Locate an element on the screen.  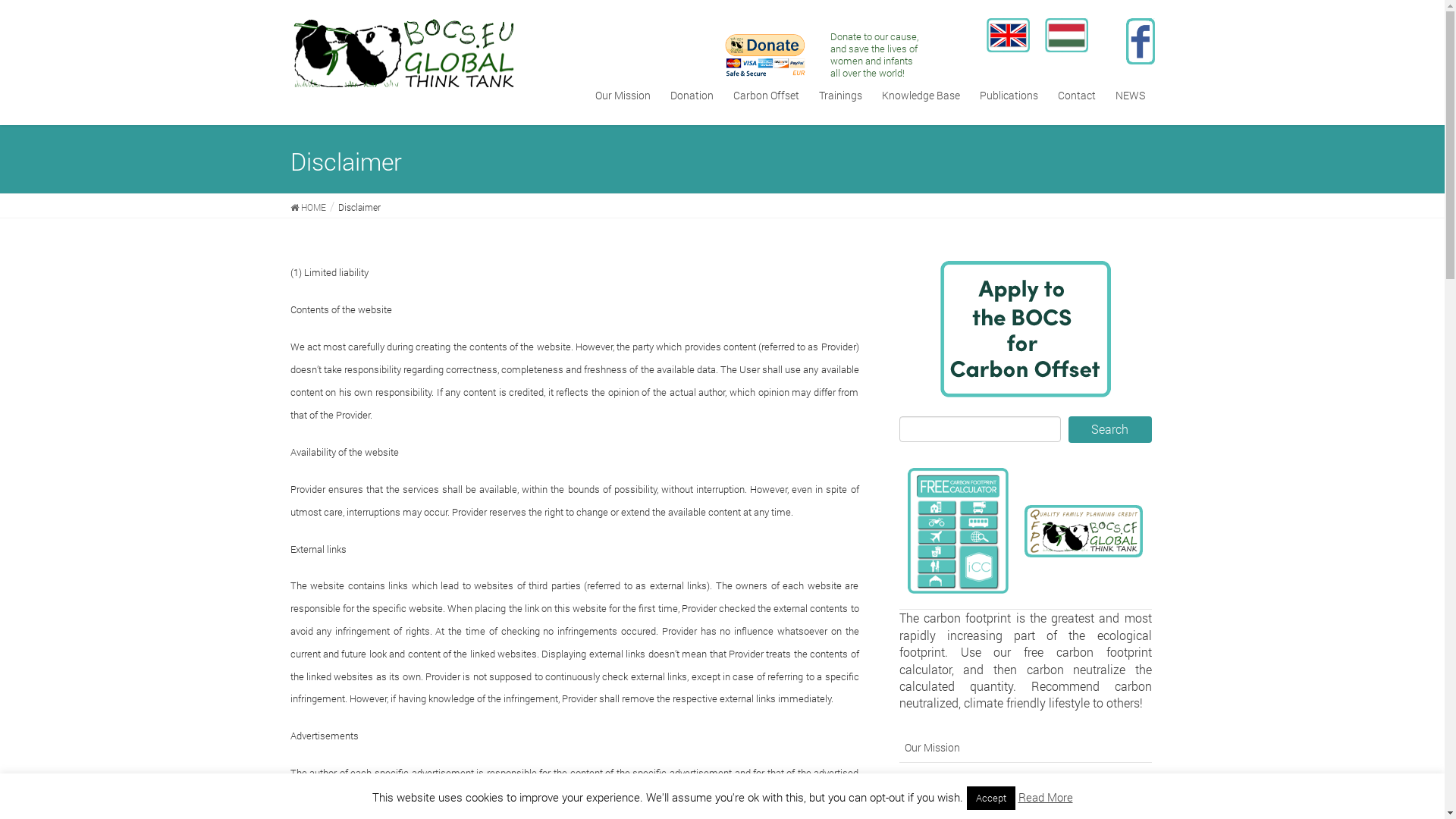
'Carbon Footprint Calculator - BOCS.CF' is located at coordinates (907, 529).